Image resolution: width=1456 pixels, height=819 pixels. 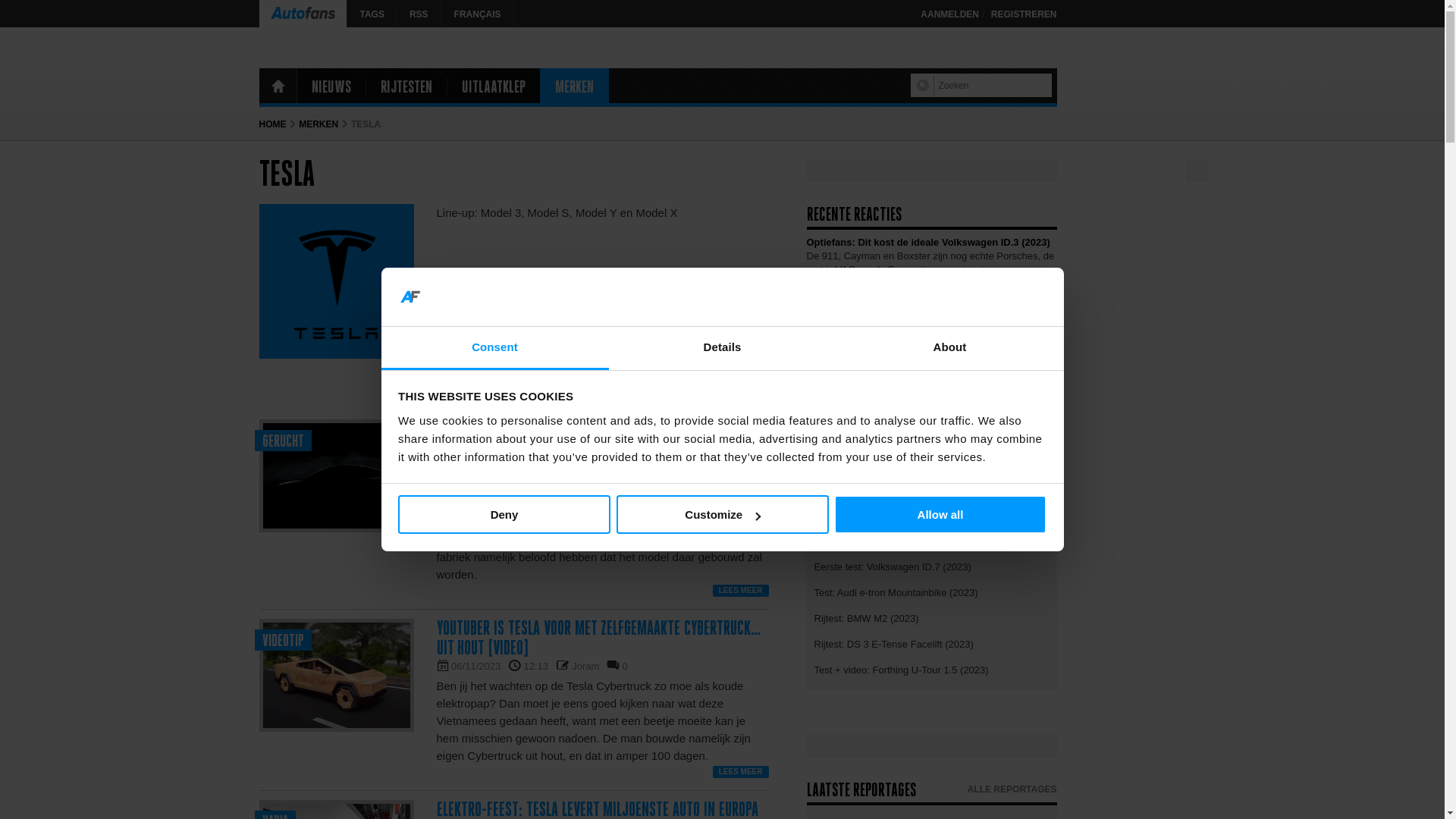 I want to click on 'RSS', so click(x=419, y=14).